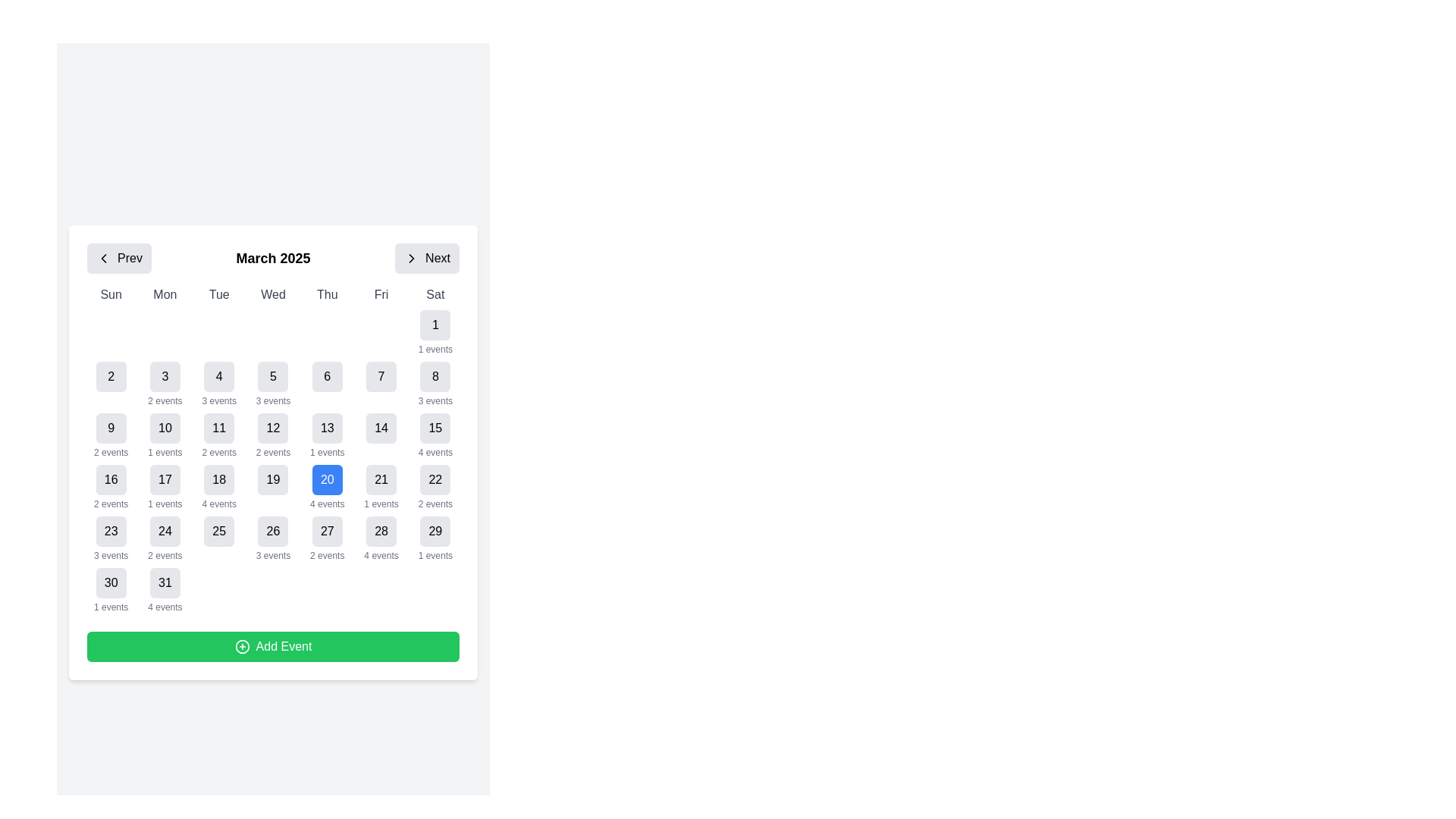  Describe the element at coordinates (110, 428) in the screenshot. I see `the date '9' button in the calendar interface` at that location.